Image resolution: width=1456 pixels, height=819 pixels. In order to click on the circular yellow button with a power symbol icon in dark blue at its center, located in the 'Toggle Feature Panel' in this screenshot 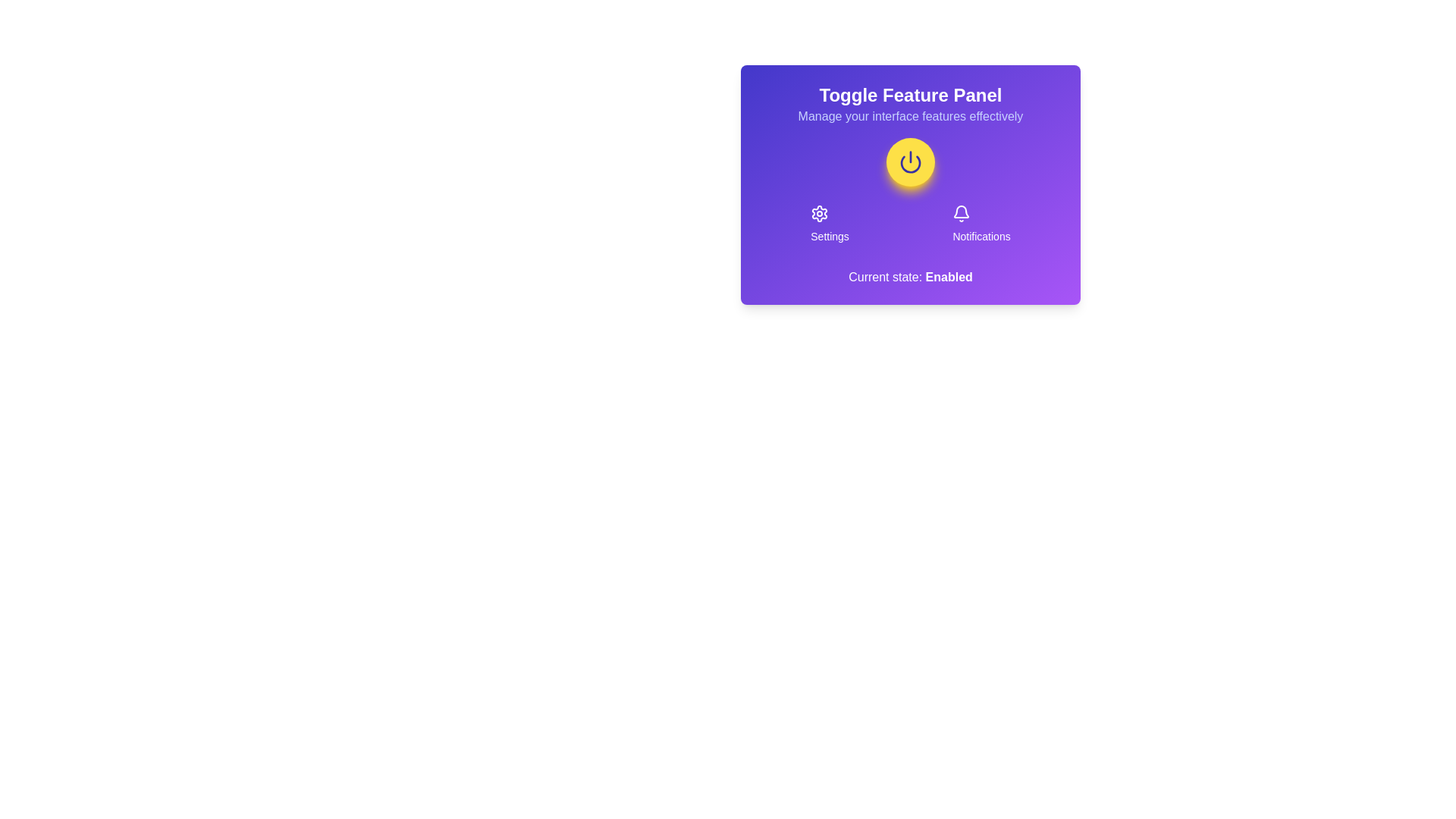, I will do `click(910, 162)`.